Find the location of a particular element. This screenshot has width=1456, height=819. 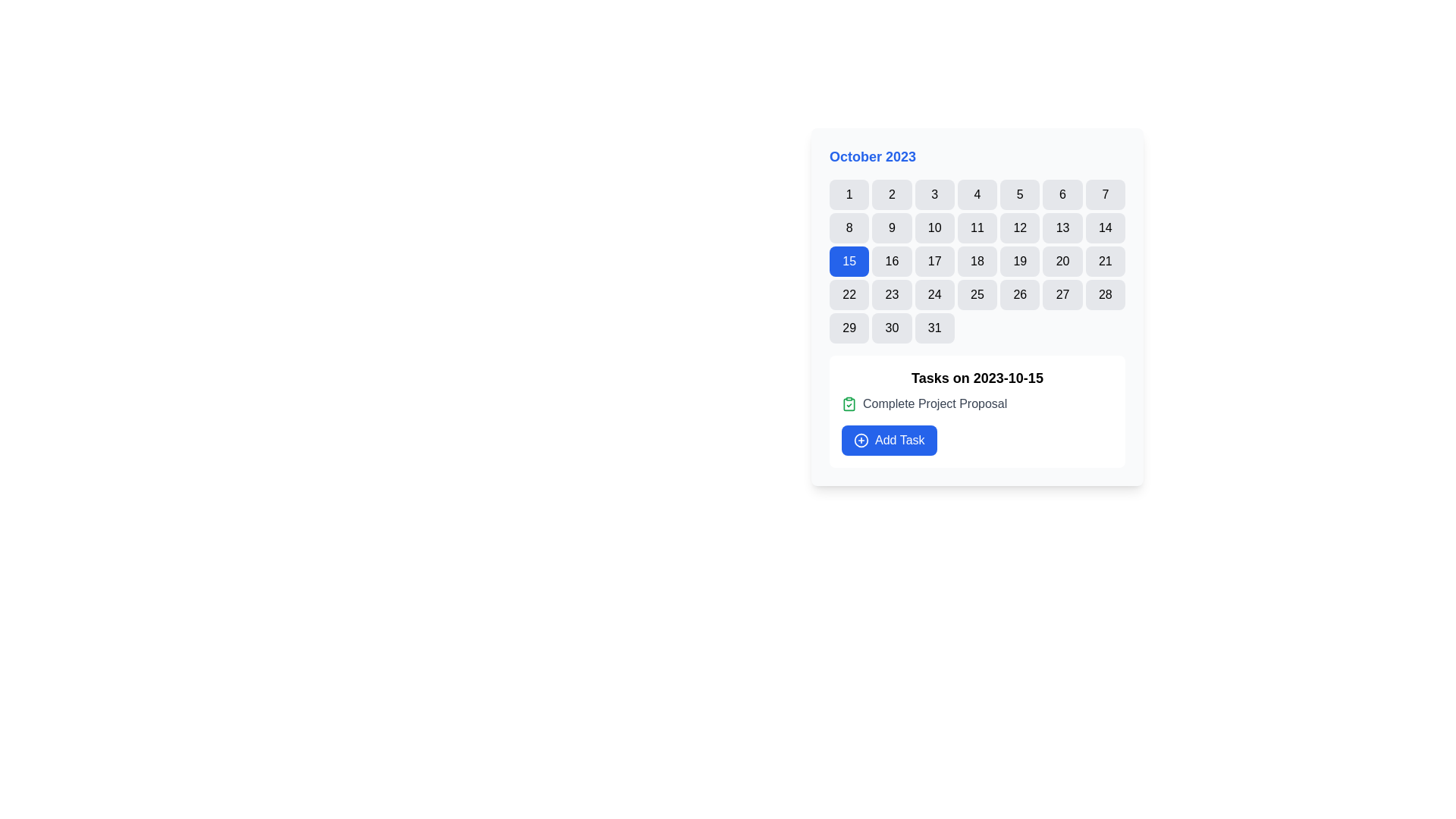

the button with the text '18' in the calendar grid is located at coordinates (977, 260).